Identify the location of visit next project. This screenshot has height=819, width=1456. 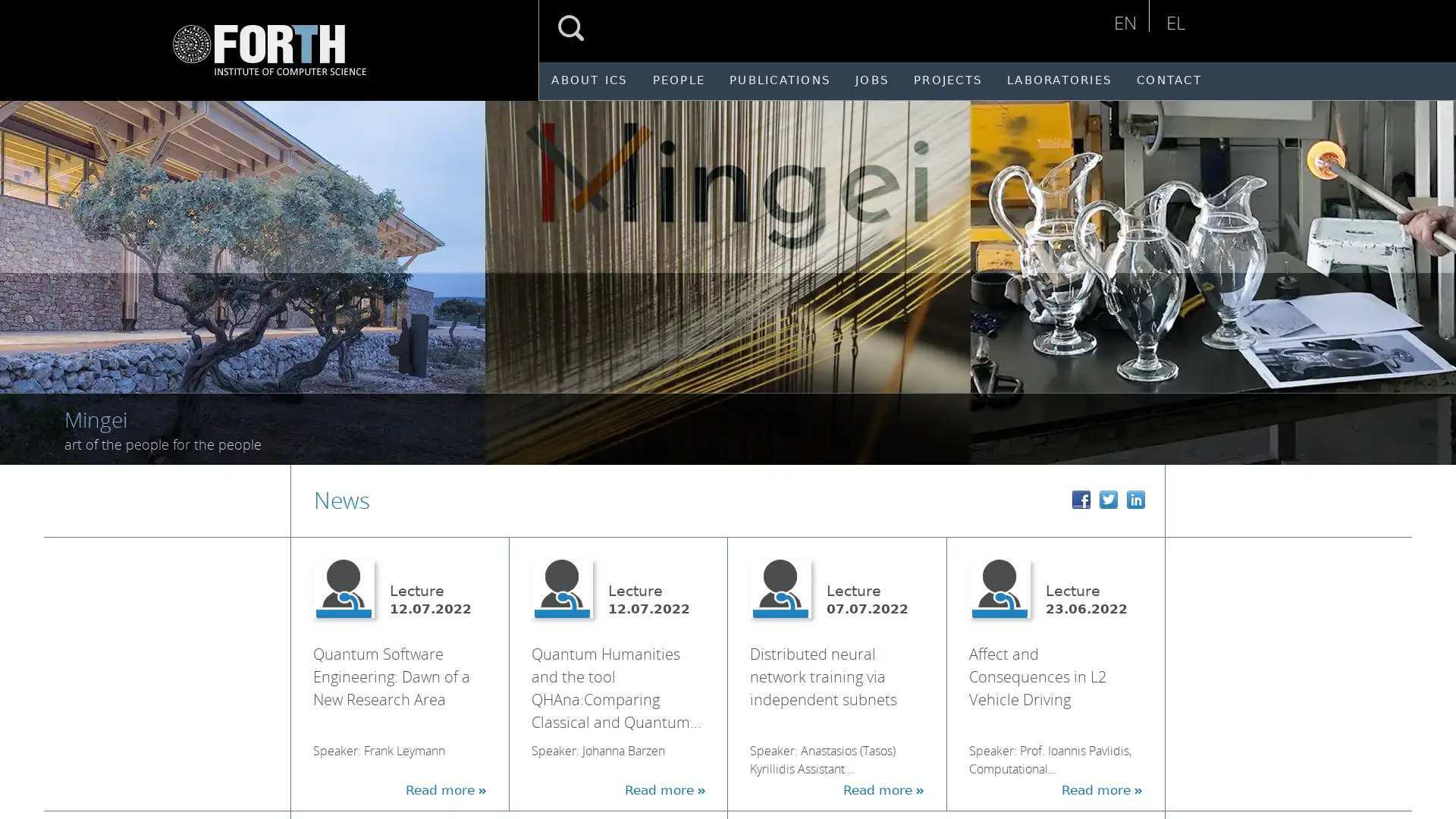
(1432, 274).